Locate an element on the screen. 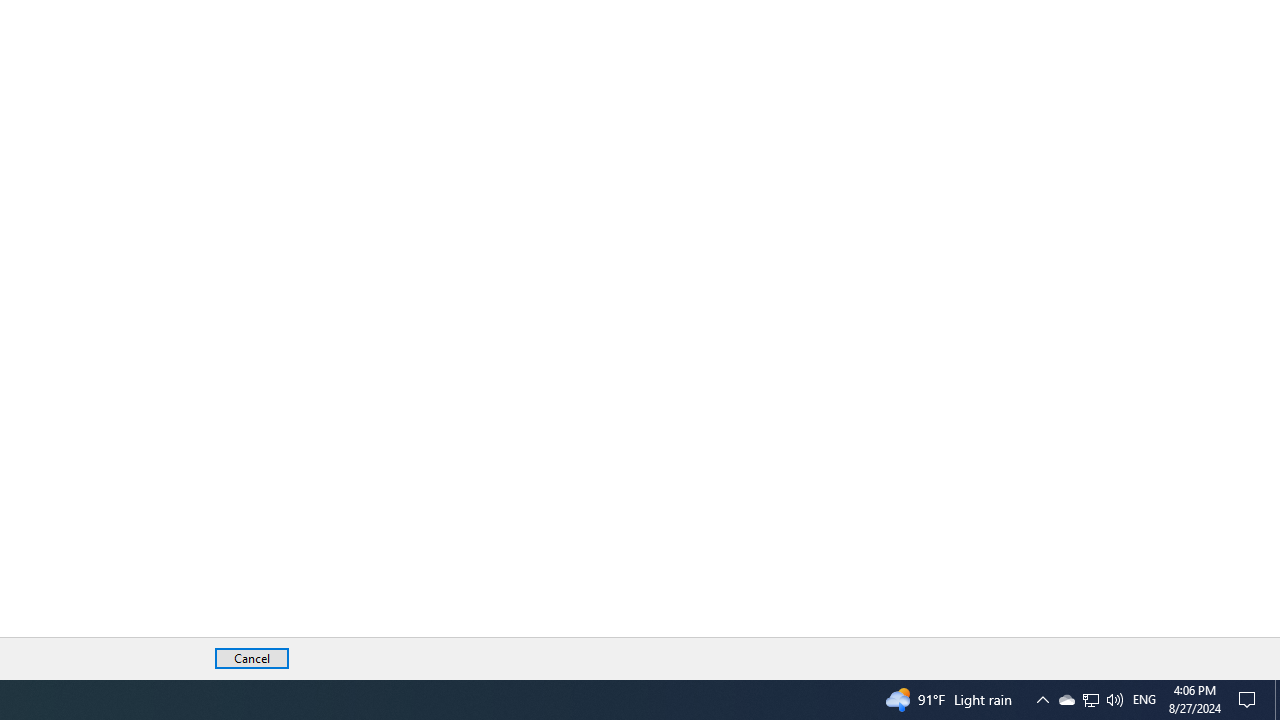 The width and height of the screenshot is (1280, 720). 'User Promoted Notification Area' is located at coordinates (1041, 698).